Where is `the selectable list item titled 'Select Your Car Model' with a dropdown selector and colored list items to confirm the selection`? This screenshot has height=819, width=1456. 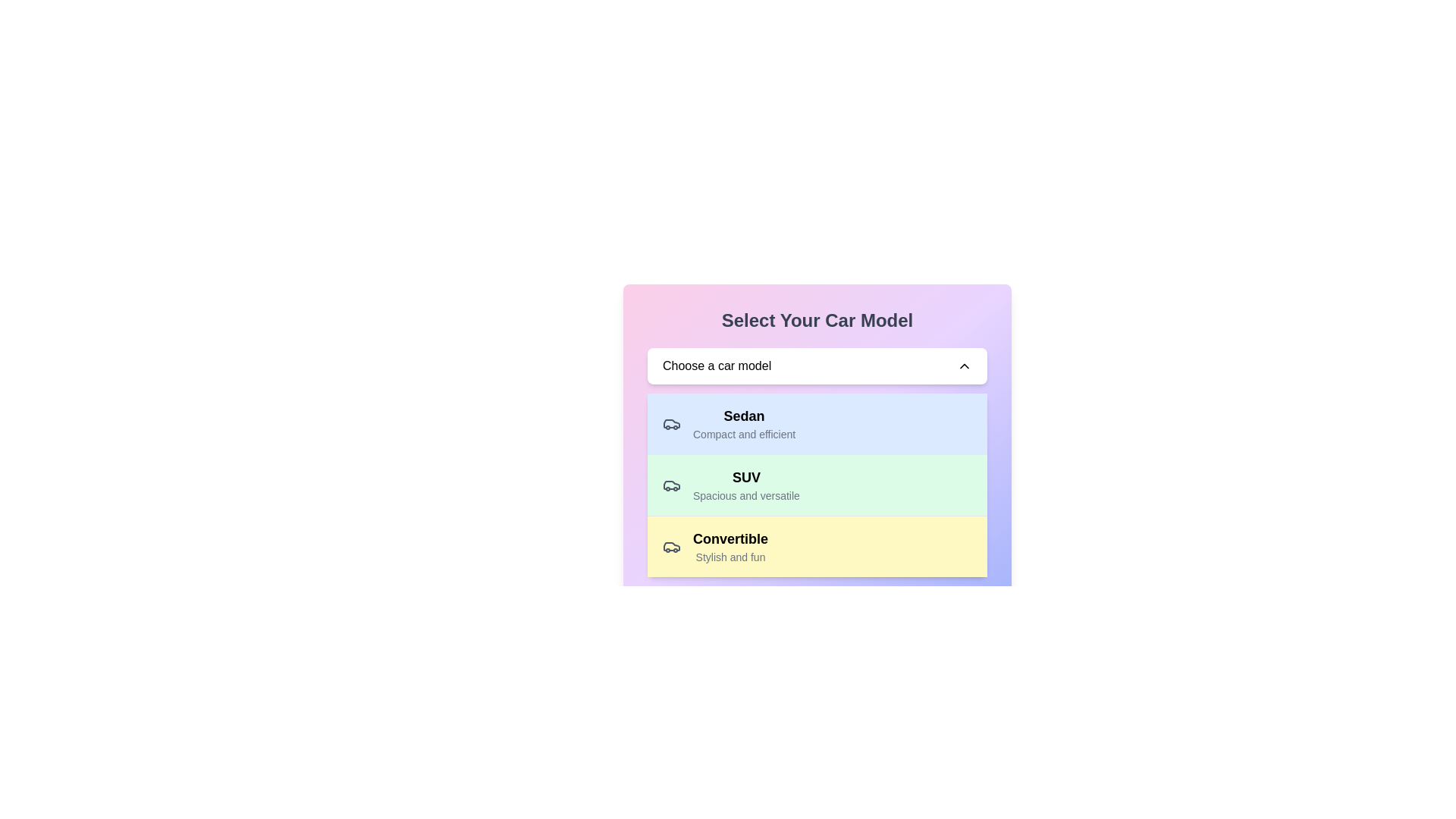
the selectable list item titled 'Select Your Car Model' with a dropdown selector and colored list items to confirm the selection is located at coordinates (817, 426).